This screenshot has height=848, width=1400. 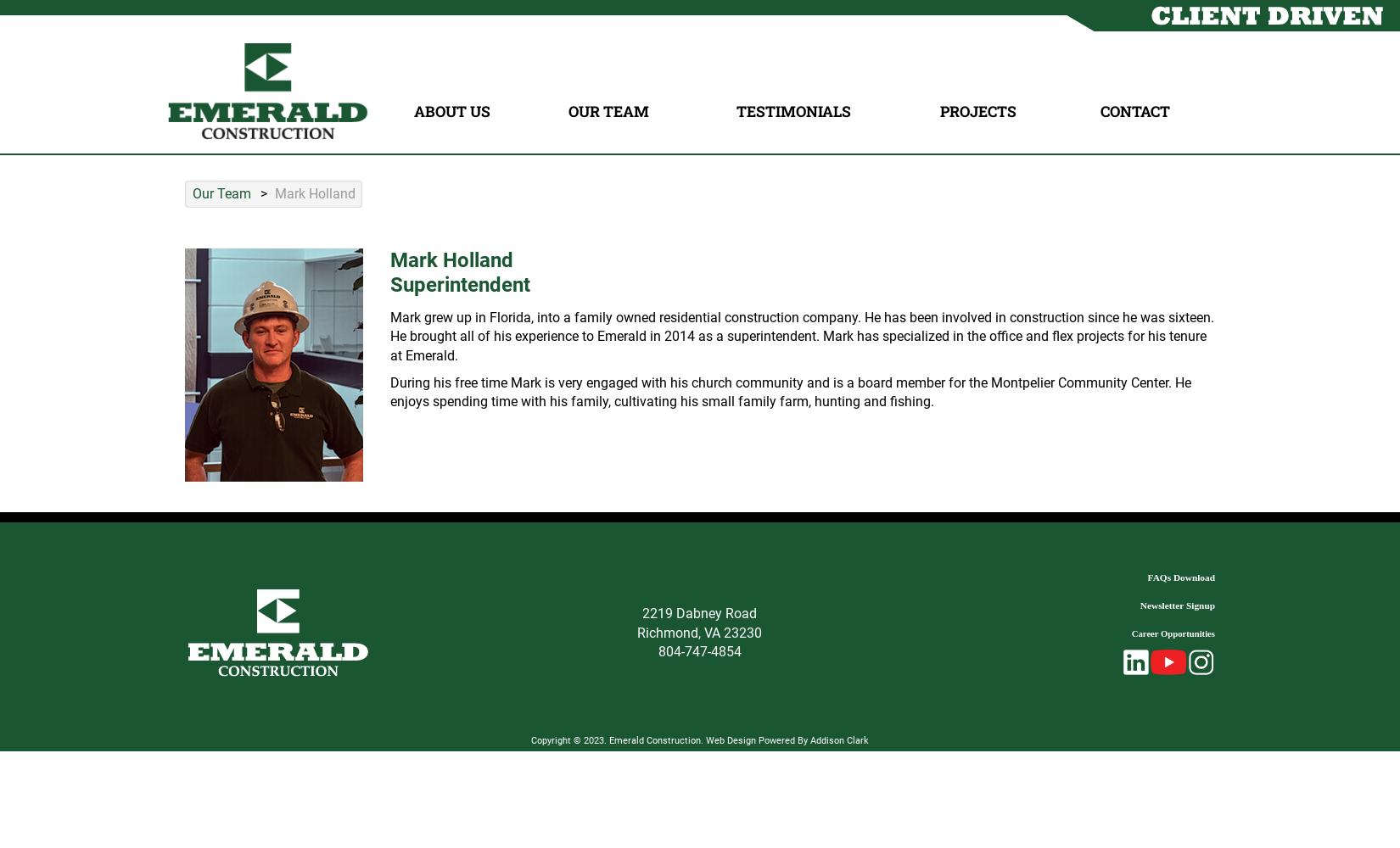 What do you see at coordinates (636, 631) in the screenshot?
I see `'Richmond, VA 23230'` at bounding box center [636, 631].